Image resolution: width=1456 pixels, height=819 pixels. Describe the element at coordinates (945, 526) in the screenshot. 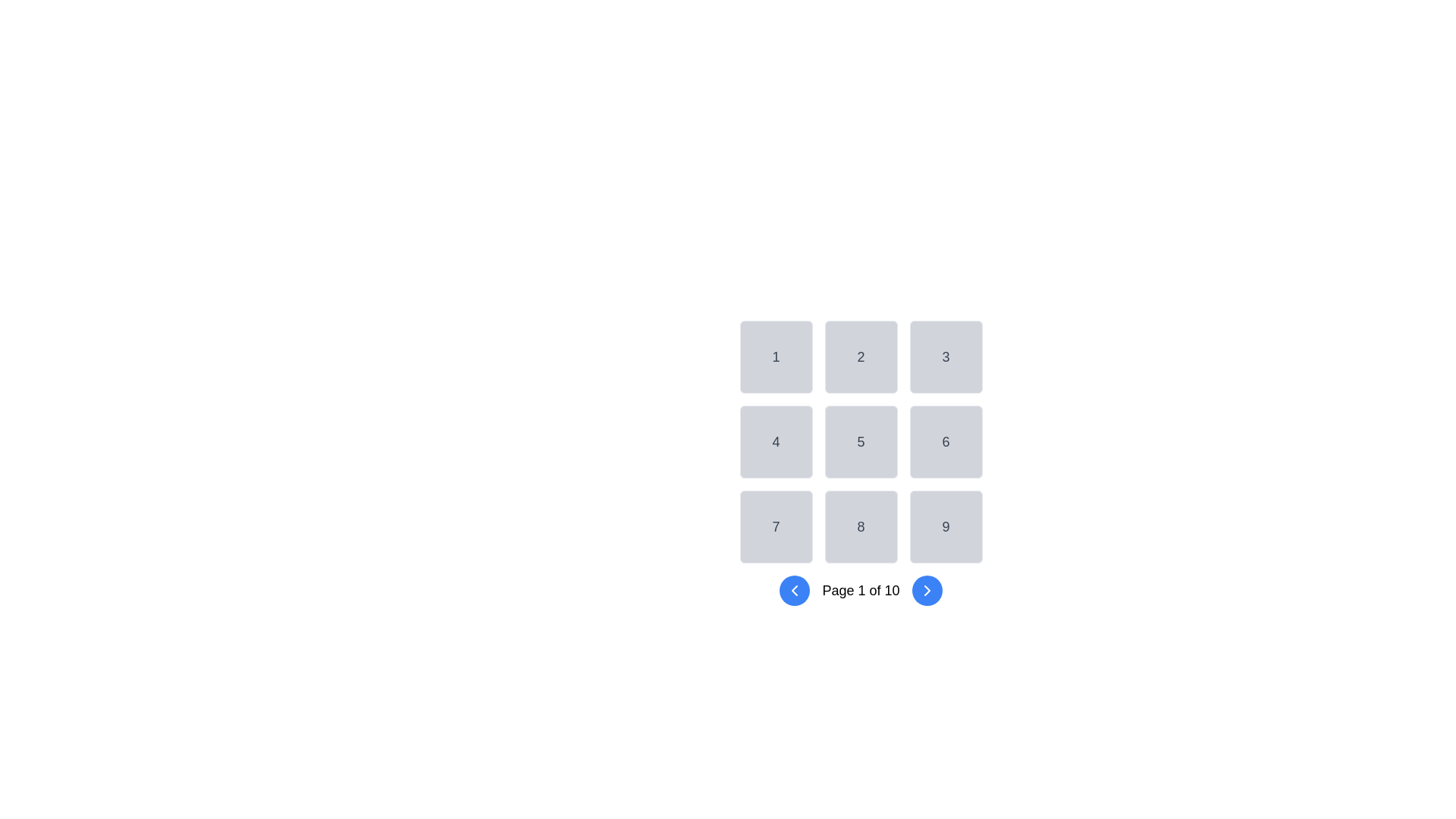

I see `the square button with a gray background and rounded corners that contains the number '9' in a larger font` at that location.